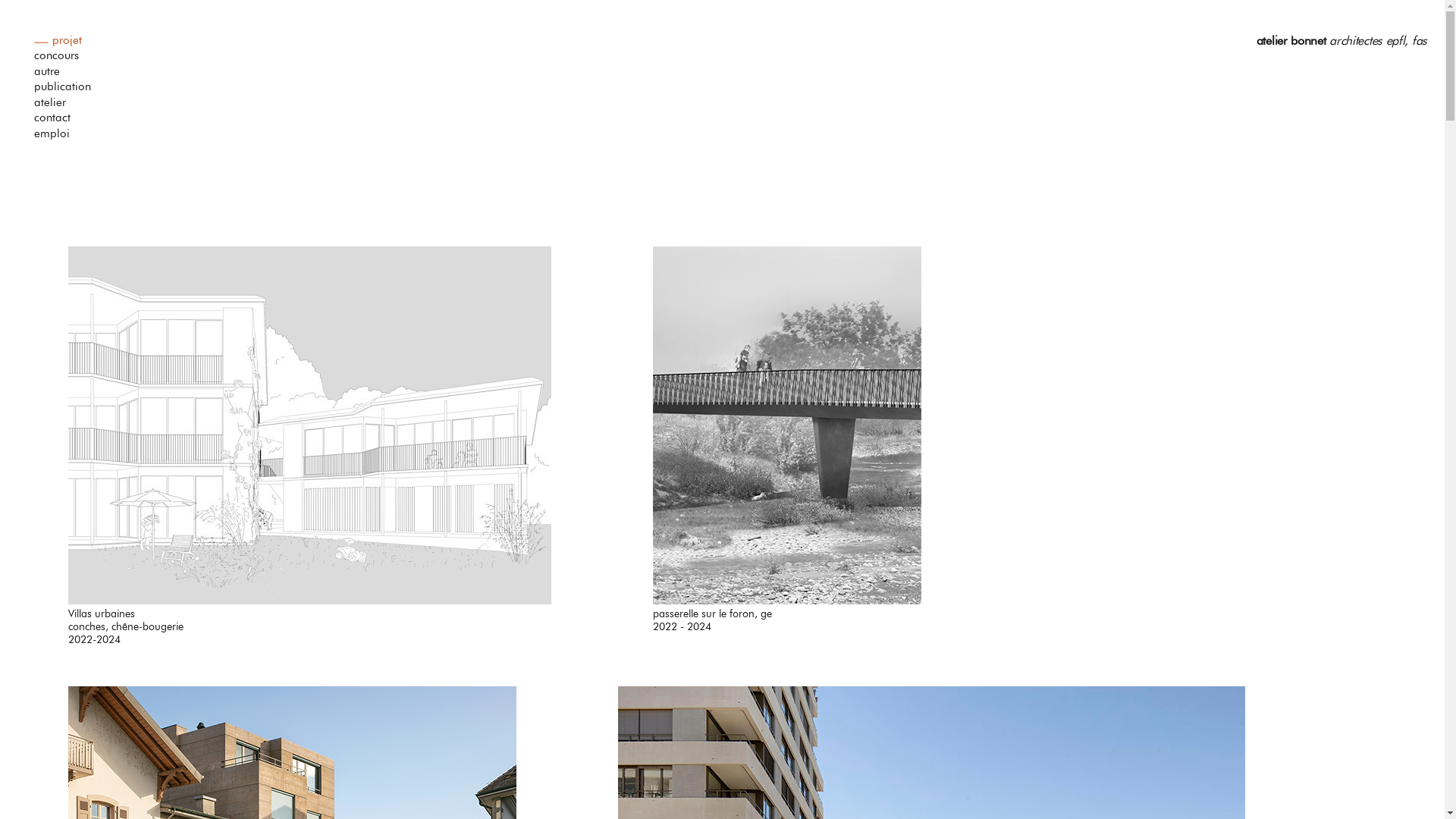  I want to click on 'atelier', so click(71, 103).